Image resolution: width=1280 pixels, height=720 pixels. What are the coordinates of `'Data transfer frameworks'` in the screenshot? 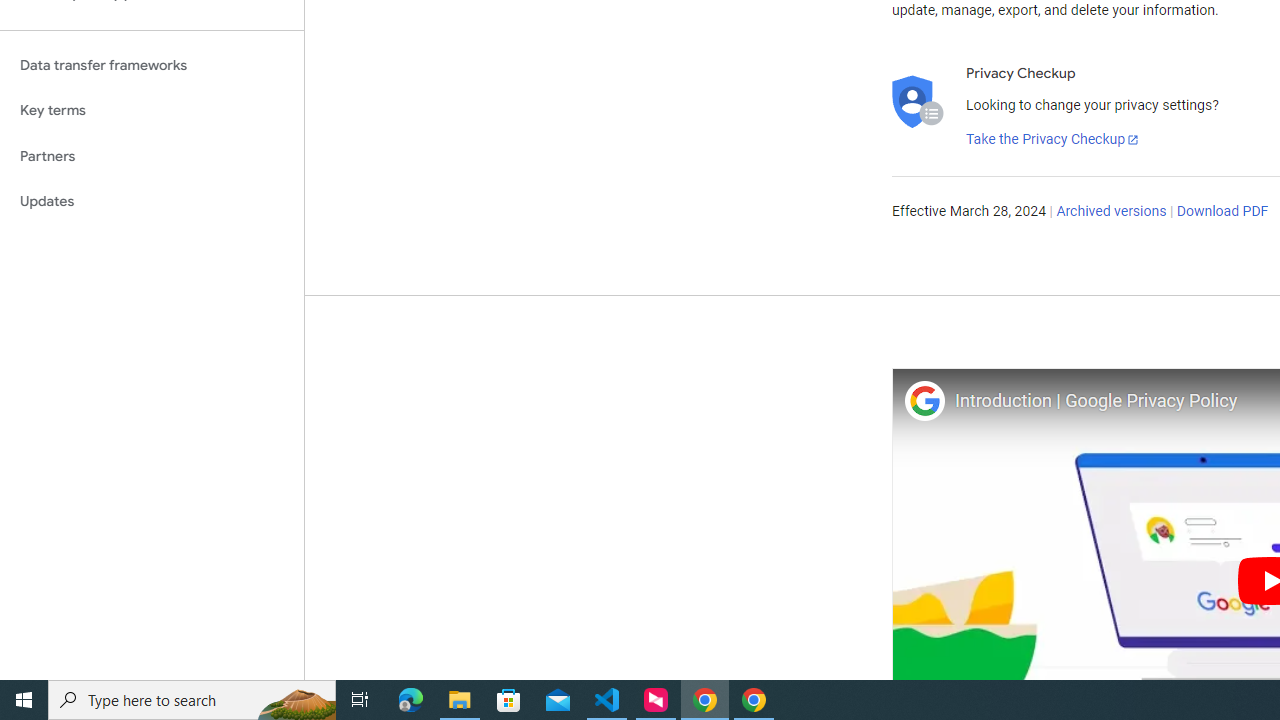 It's located at (151, 64).